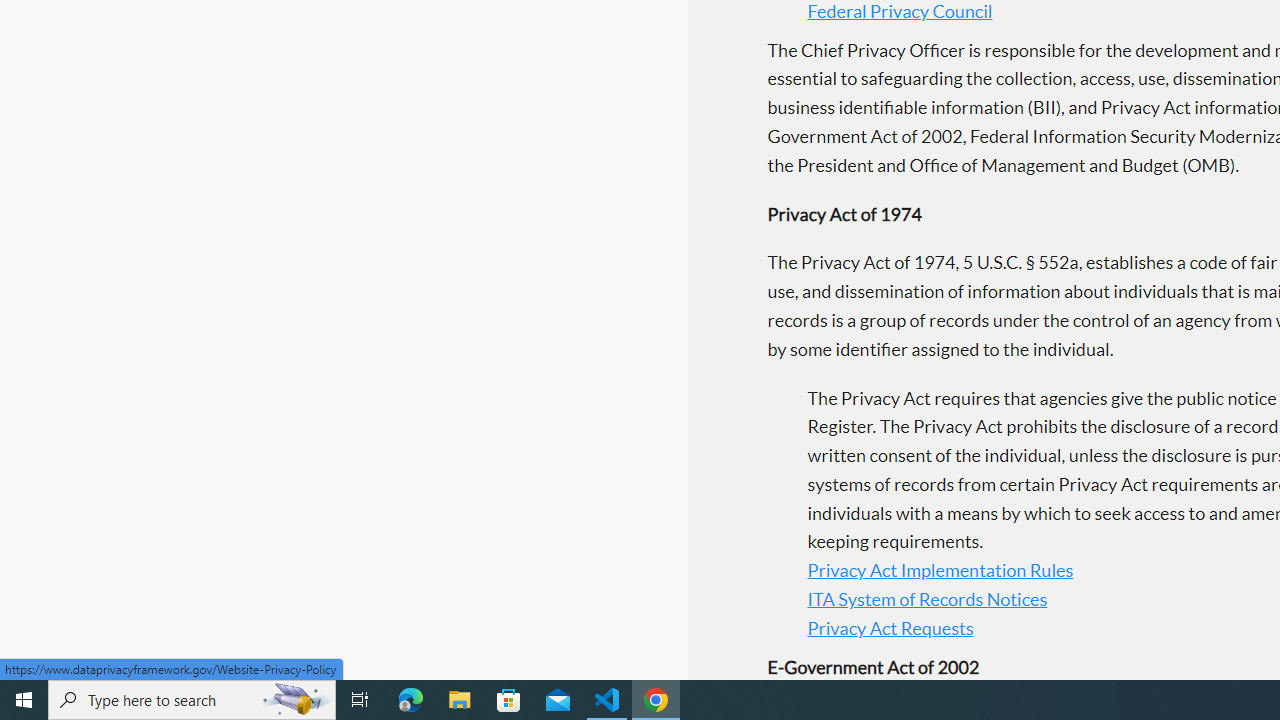 The image size is (1280, 720). Describe the element at coordinates (939, 570) in the screenshot. I see `'Privacy Act Implementation Rules'` at that location.